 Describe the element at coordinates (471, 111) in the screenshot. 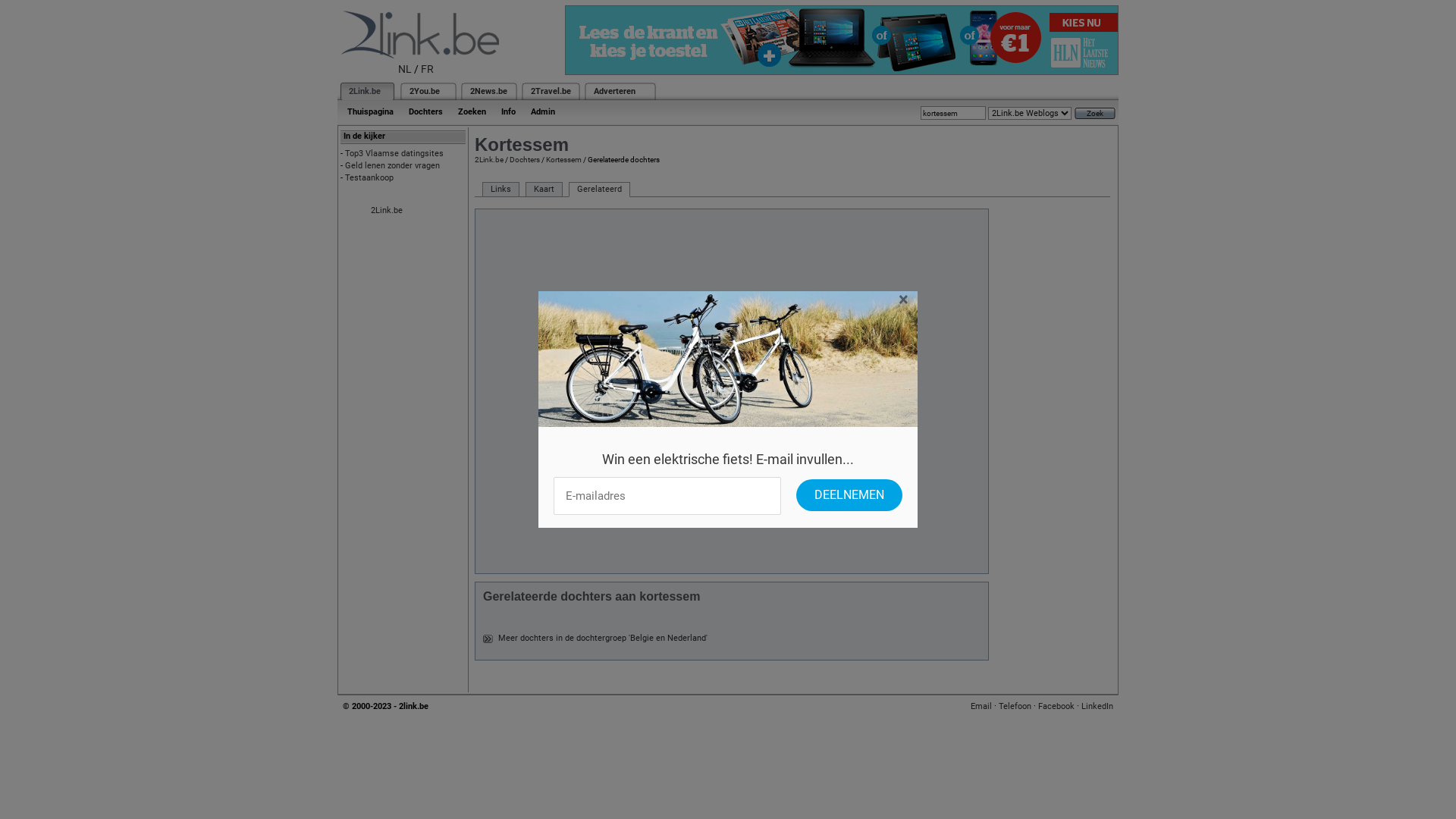

I see `'Zoeken'` at that location.